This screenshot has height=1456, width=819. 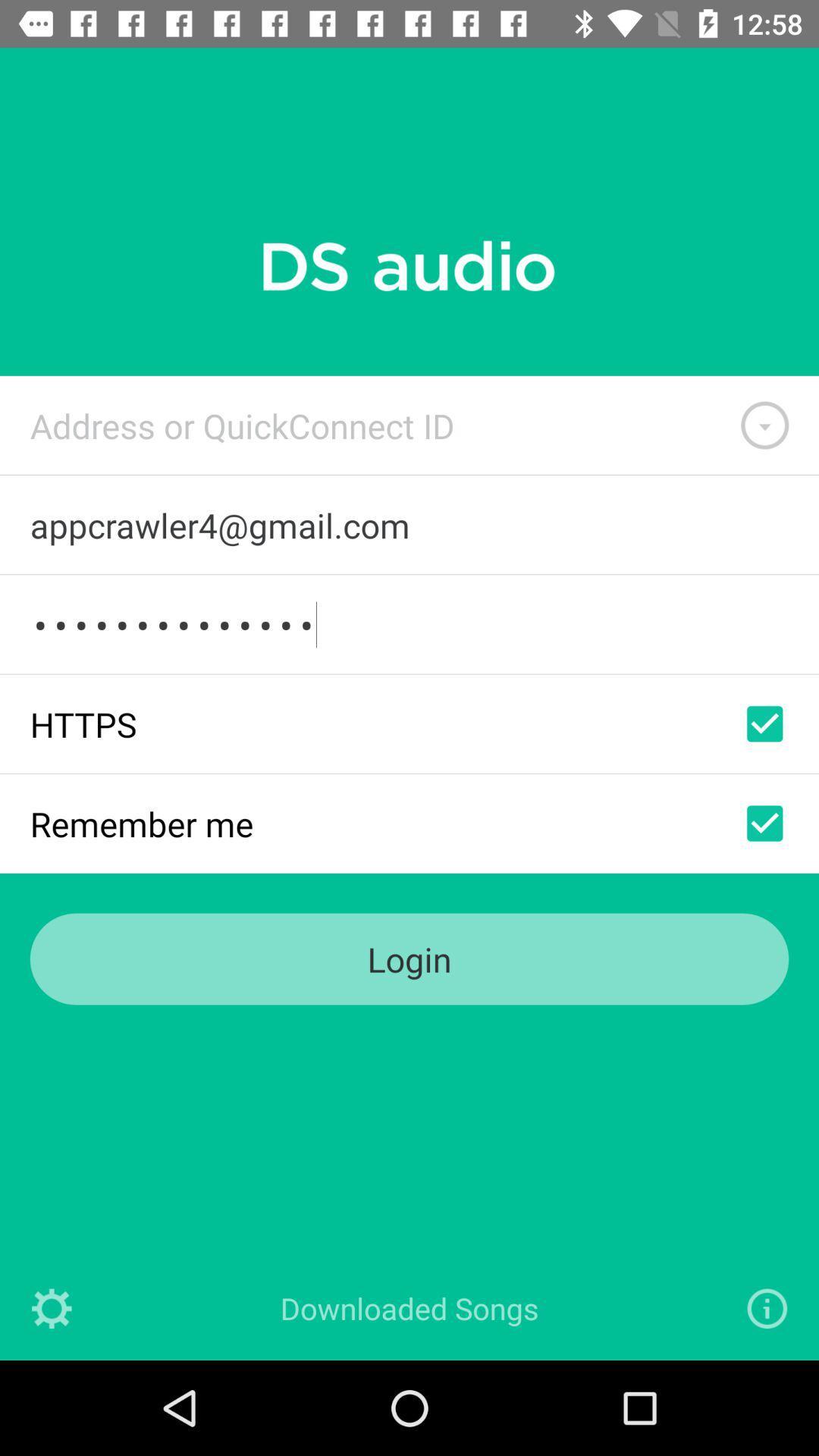 What do you see at coordinates (764, 425) in the screenshot?
I see `the expand_more icon` at bounding box center [764, 425].